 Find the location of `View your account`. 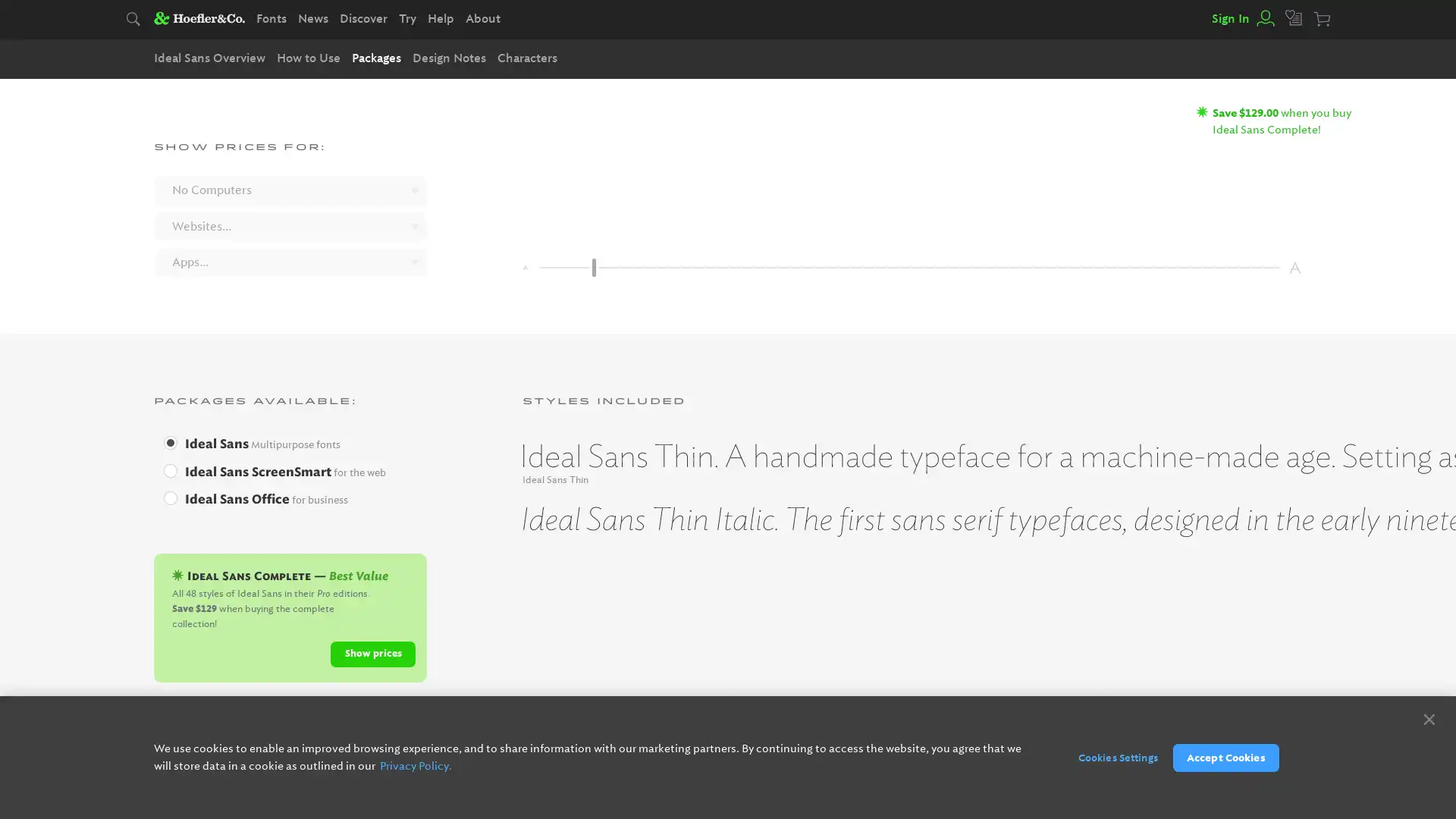

View your account is located at coordinates (1263, 18).